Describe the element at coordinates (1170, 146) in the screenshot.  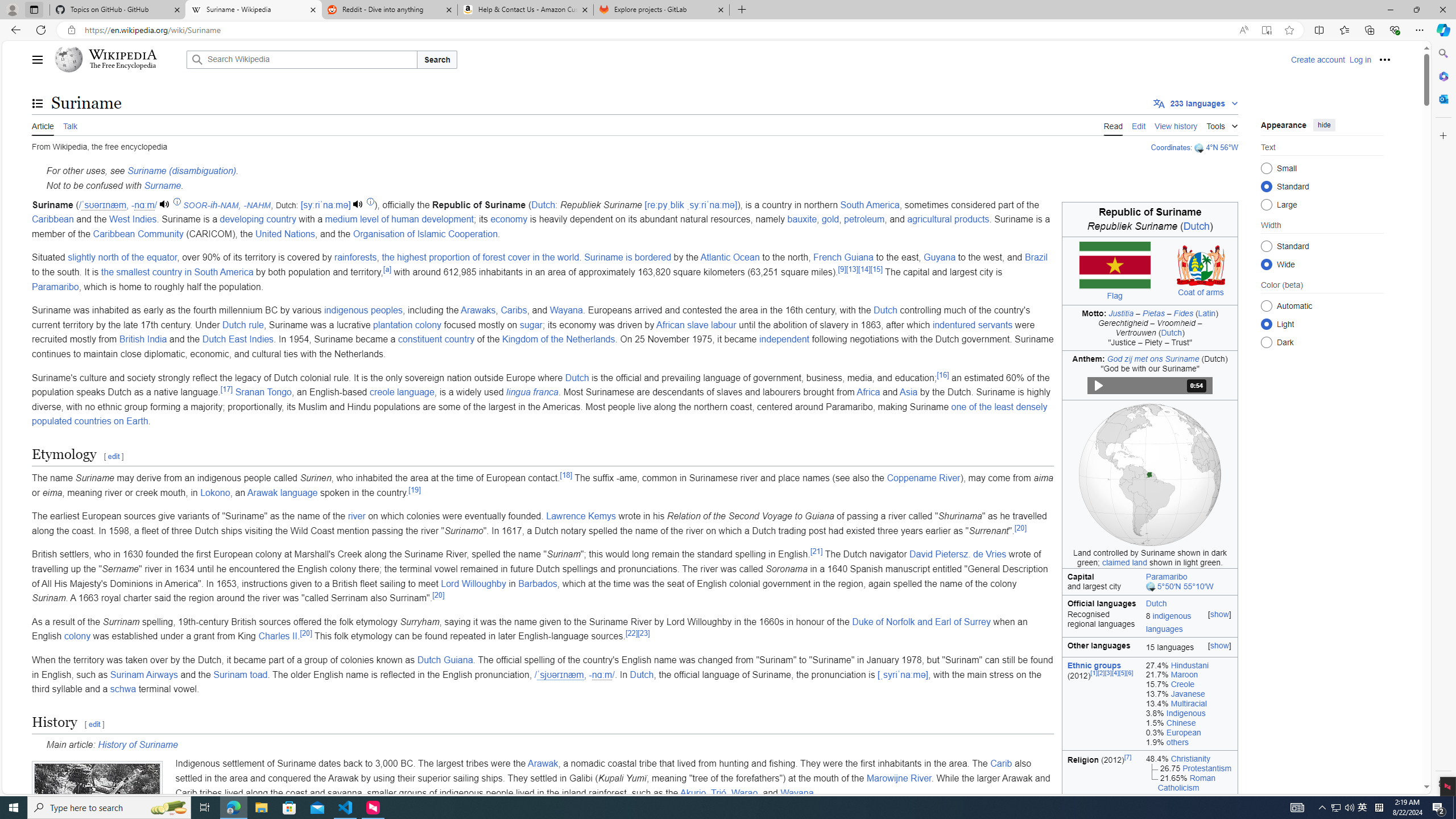
I see `'Coordinates'` at that location.